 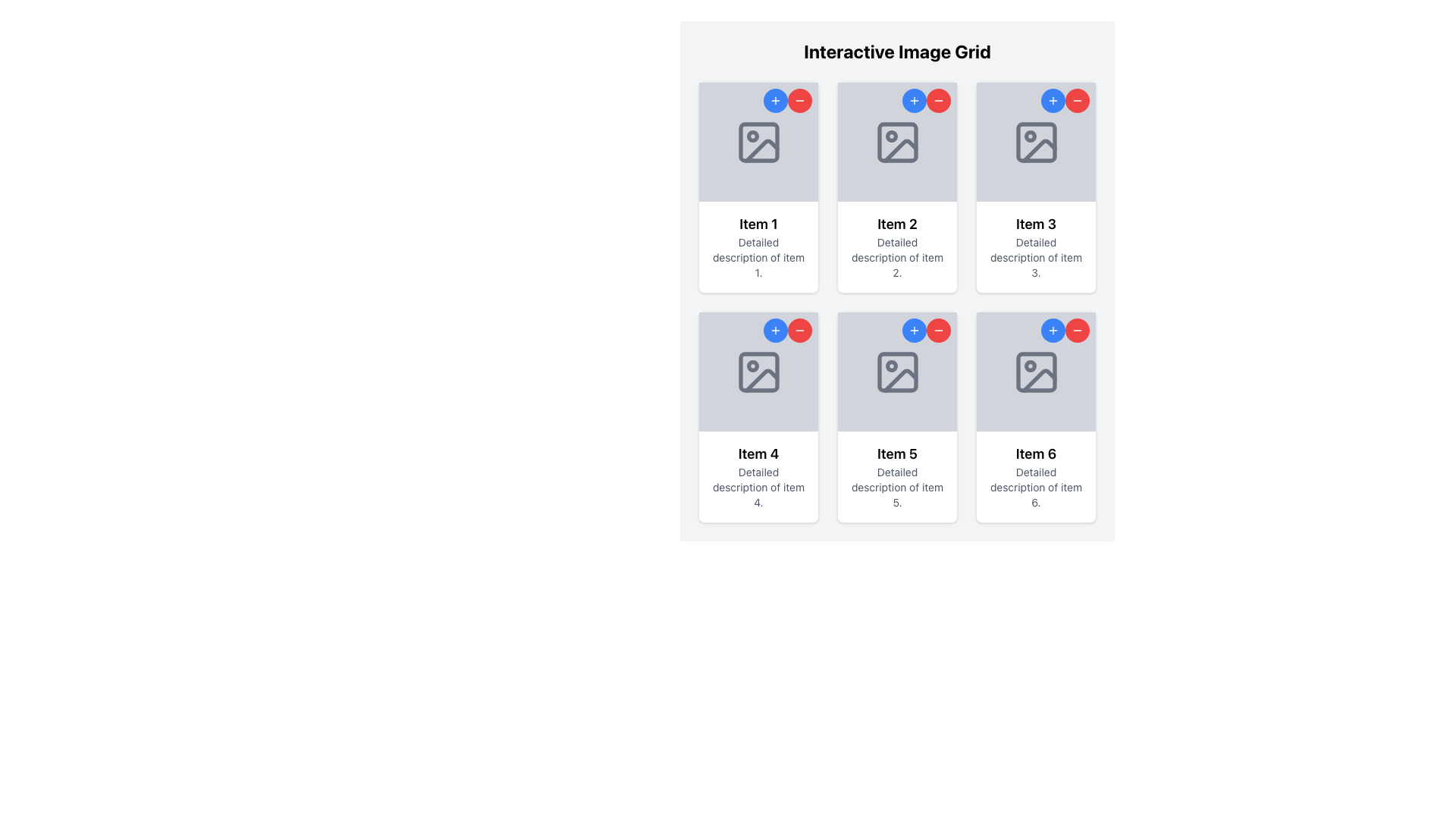 What do you see at coordinates (913, 329) in the screenshot?
I see `the increment button for 'Item 5' located in the top-right section of its card` at bounding box center [913, 329].